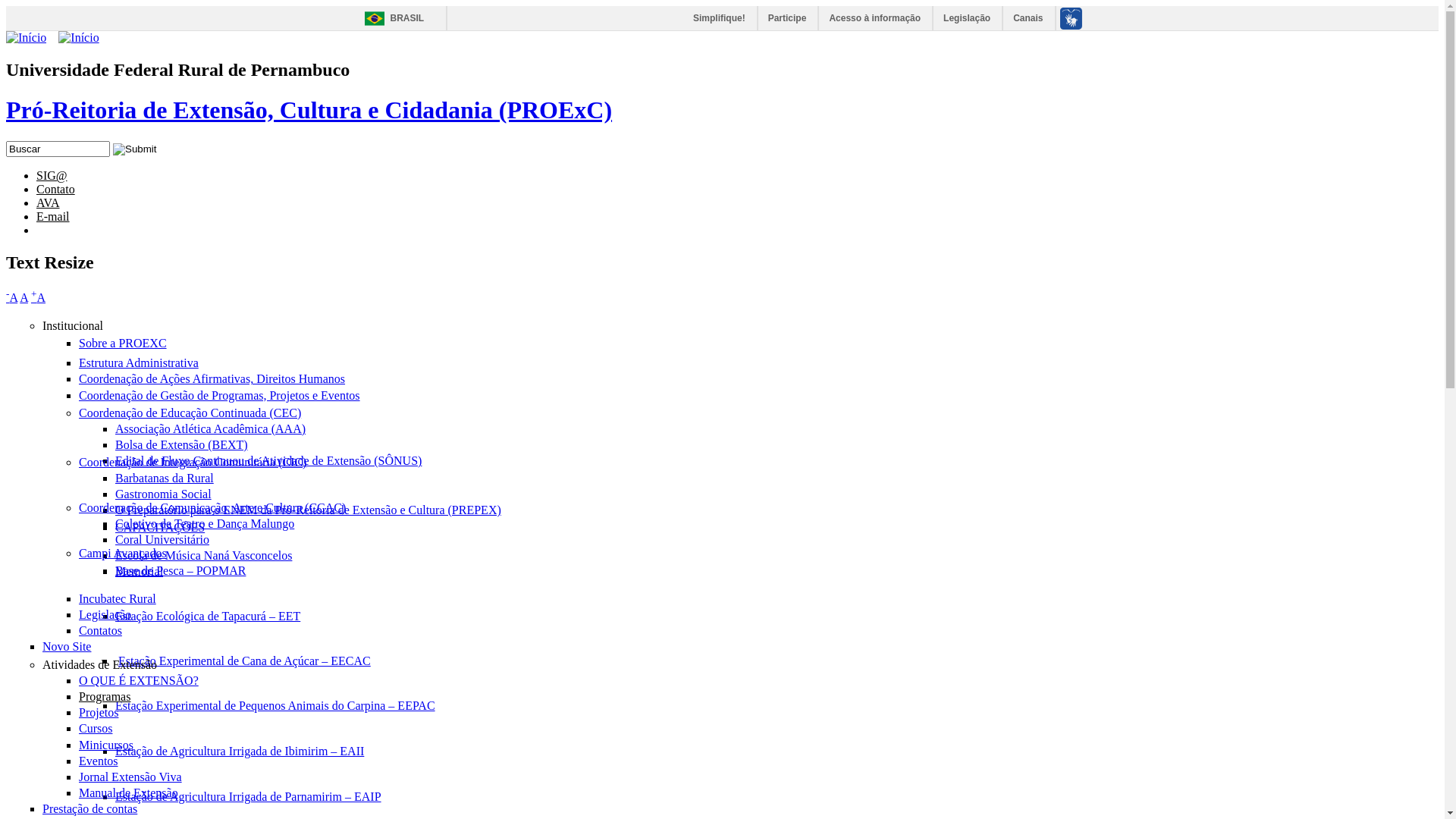 This screenshot has width=1456, height=819. Describe the element at coordinates (105, 744) in the screenshot. I see `'Minicursos'` at that location.